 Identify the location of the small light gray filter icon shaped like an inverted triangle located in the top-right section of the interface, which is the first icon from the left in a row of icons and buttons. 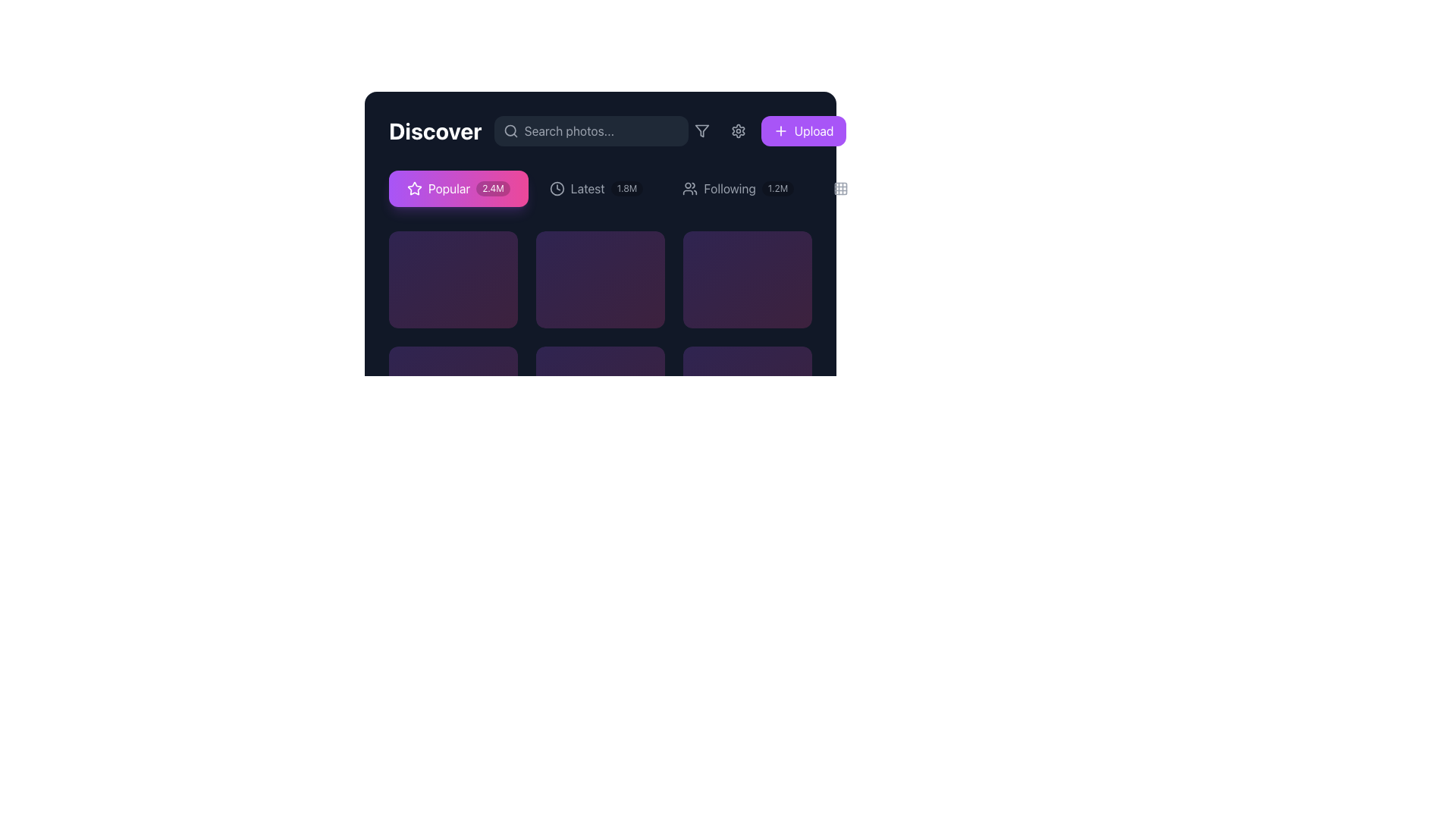
(701, 130).